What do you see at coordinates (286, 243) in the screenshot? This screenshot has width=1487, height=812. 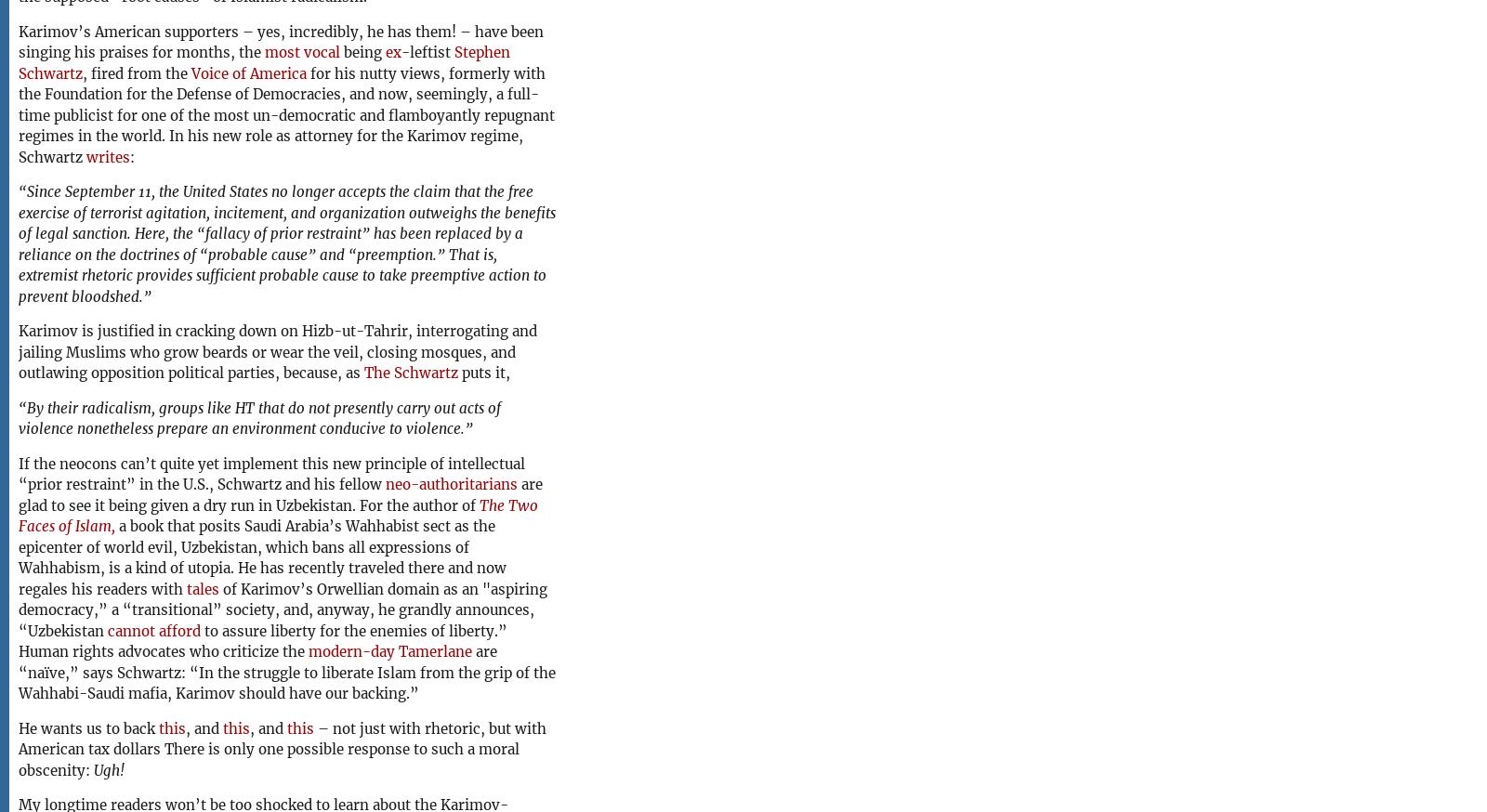 I see `'“Since September 11, the United States no longer accepts the claim that the free exercise of terrorist agitation, incitement, and organization outweighs the benefits of legal sanction. Here, the “fallacy of prior restraint” has been replaced by a reliance on the doctrines of “probable cause” and “preemption.” That is, extremist rhetoric provides sufficient probable cause to take preemptive action to prevent bloodshed.”'` at bounding box center [286, 243].